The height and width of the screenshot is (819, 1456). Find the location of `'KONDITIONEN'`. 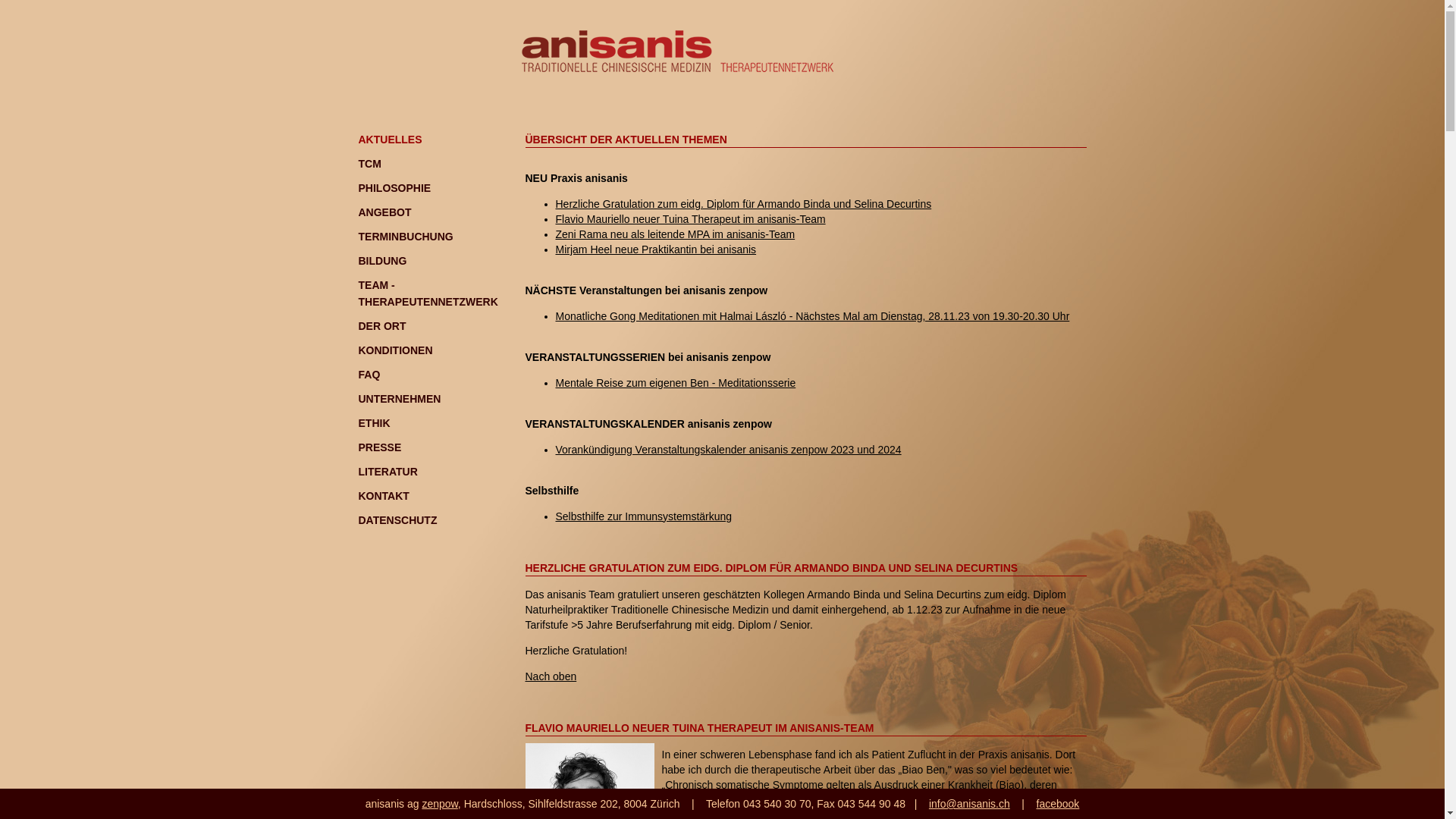

'KONDITIONEN' is located at coordinates (395, 350).